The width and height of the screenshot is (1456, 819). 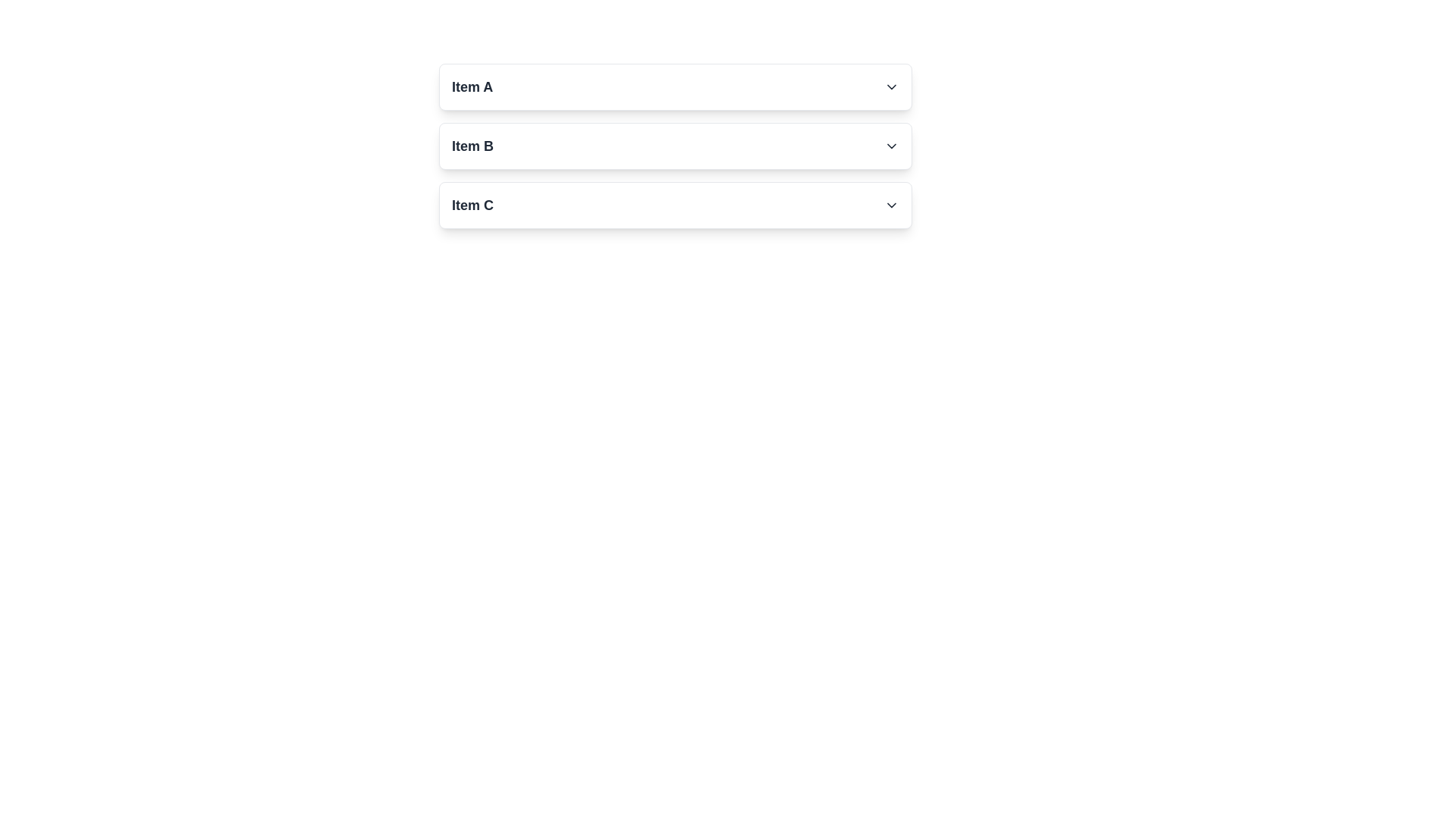 I want to click on the second list item, which represents 'Item B', so click(x=675, y=146).